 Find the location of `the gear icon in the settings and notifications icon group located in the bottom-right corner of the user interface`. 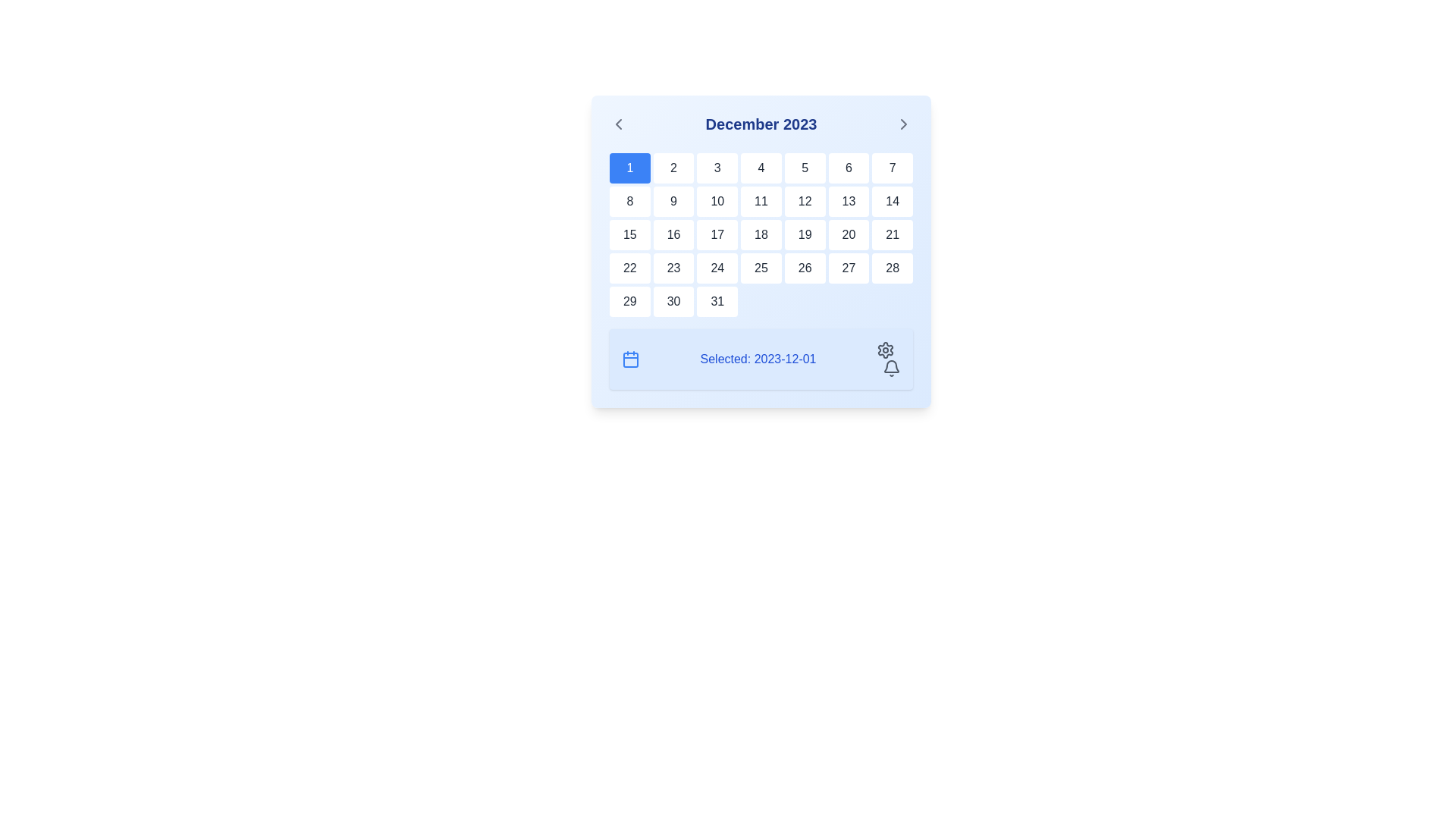

the gear icon in the settings and notifications icon group located in the bottom-right corner of the user interface is located at coordinates (888, 359).